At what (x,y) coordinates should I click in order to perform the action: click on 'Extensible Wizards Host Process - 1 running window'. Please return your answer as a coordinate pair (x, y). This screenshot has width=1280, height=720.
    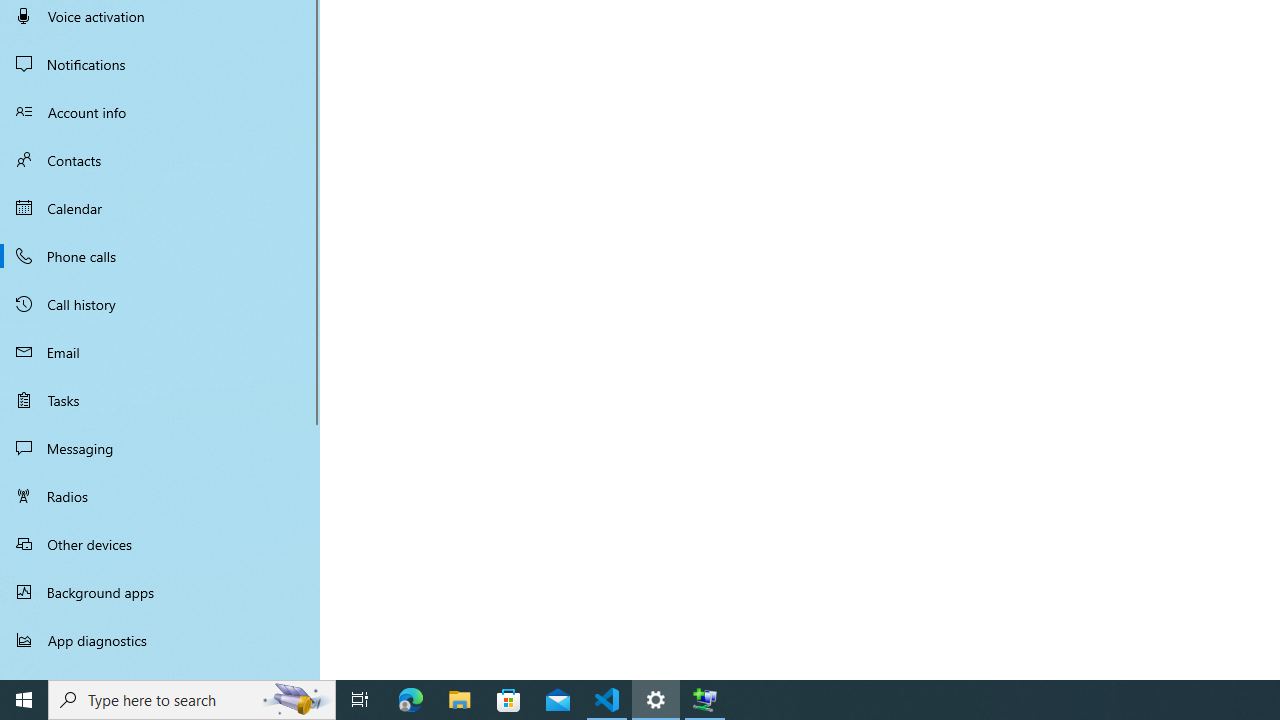
    Looking at the image, I should click on (705, 698).